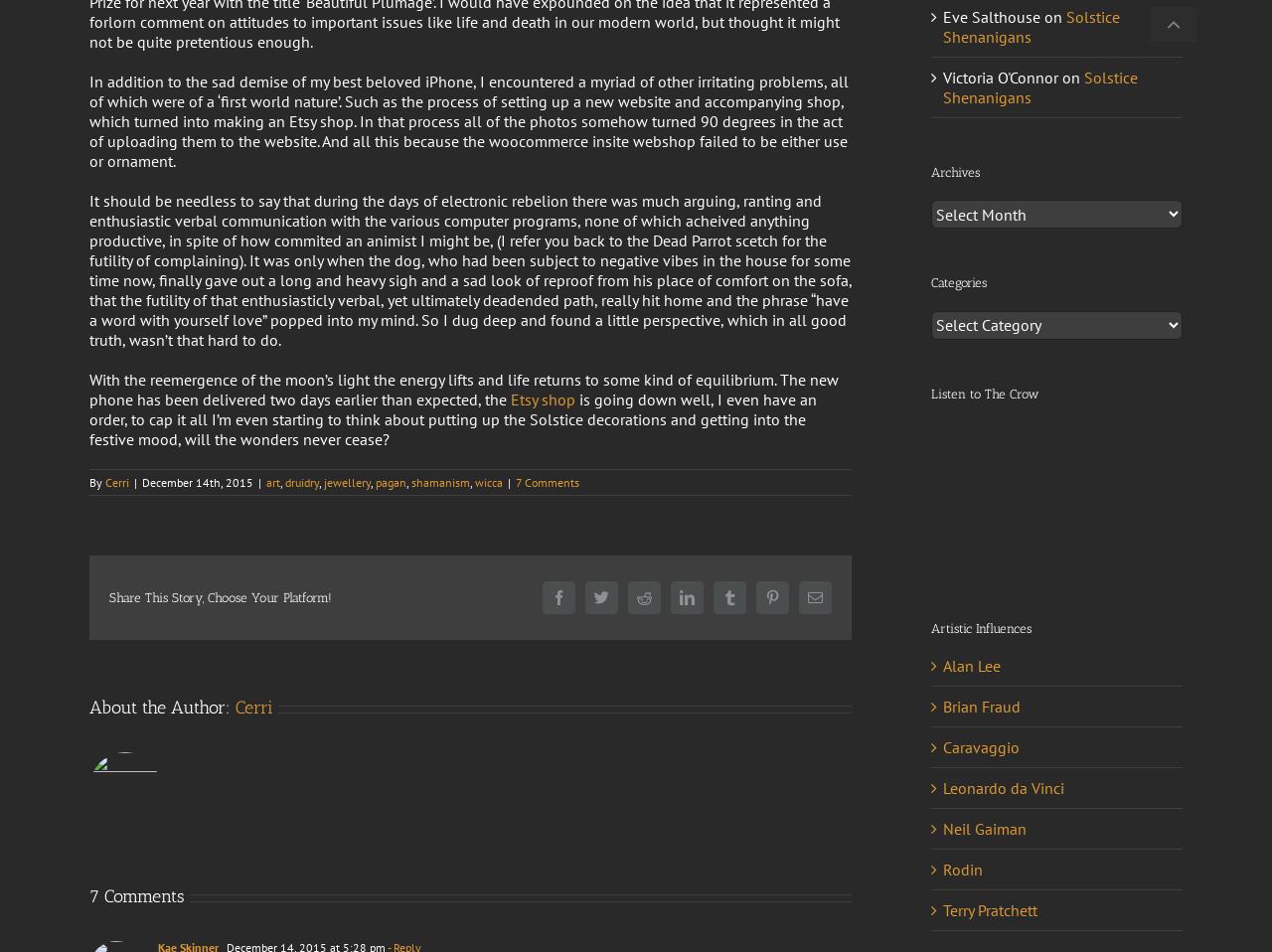 The width and height of the screenshot is (1272, 952). What do you see at coordinates (992, 15) in the screenshot?
I see `'Eve Salthouse'` at bounding box center [992, 15].